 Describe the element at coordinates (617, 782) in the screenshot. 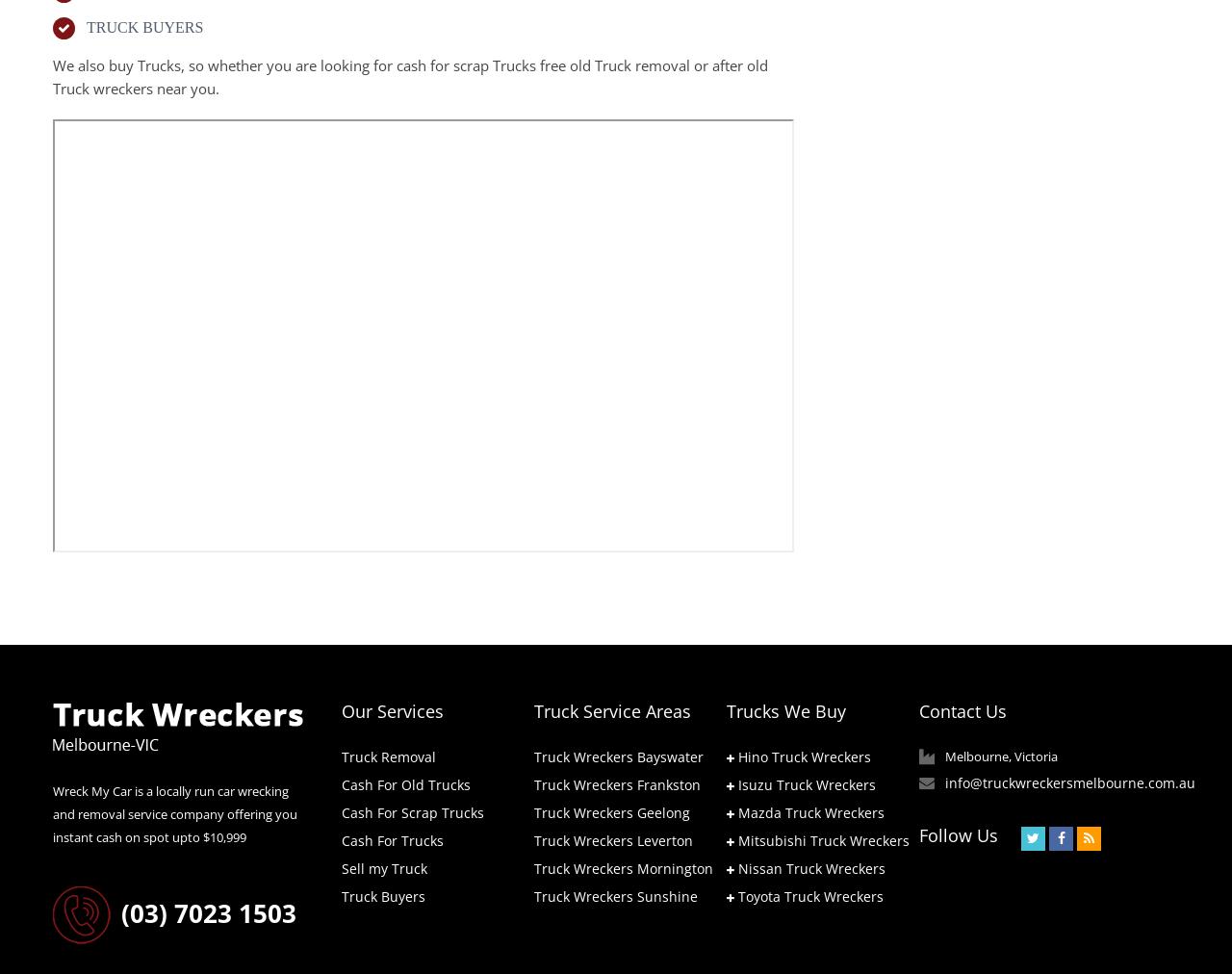

I see `'Truck Wreckers Frankston'` at that location.